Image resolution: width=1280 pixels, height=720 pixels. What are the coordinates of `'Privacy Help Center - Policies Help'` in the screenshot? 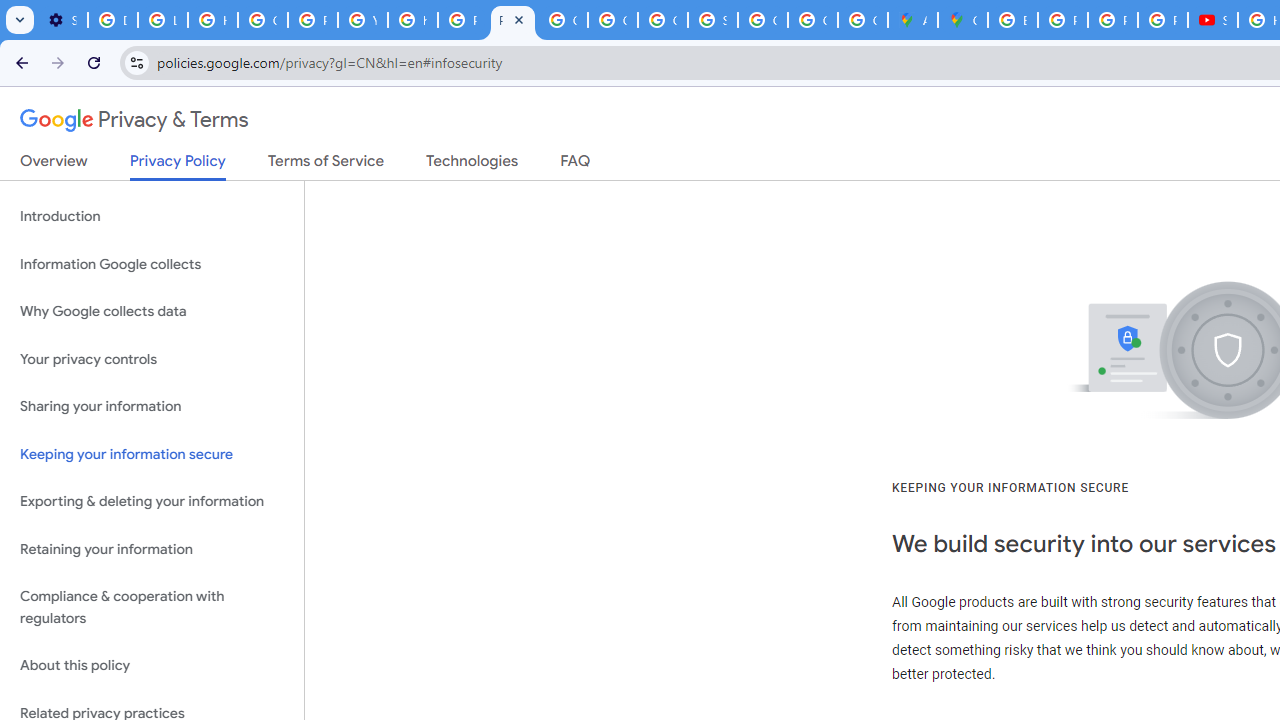 It's located at (1111, 20).